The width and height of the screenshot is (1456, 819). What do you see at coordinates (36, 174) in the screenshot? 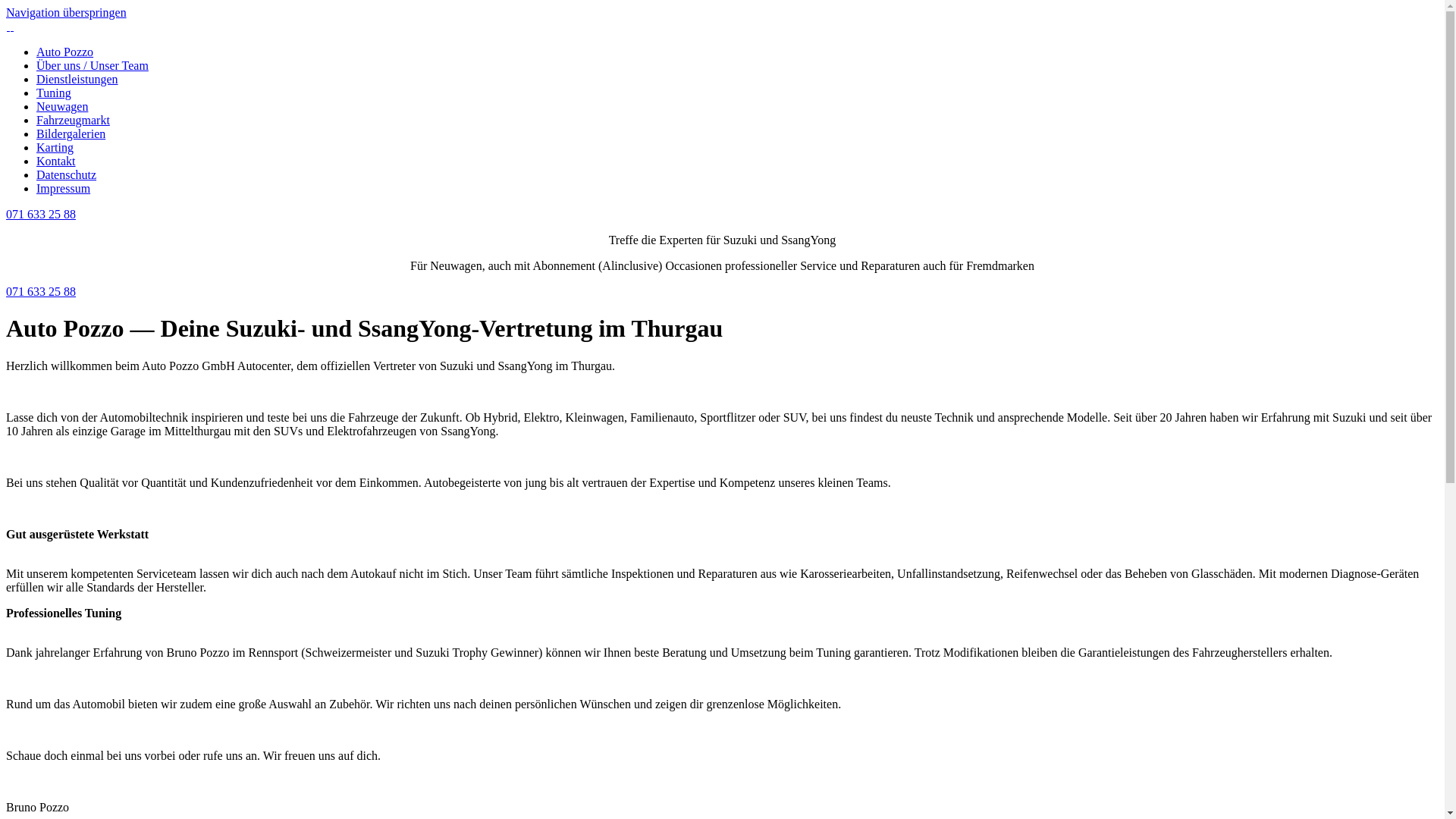
I see `'Datenschutz'` at bounding box center [36, 174].